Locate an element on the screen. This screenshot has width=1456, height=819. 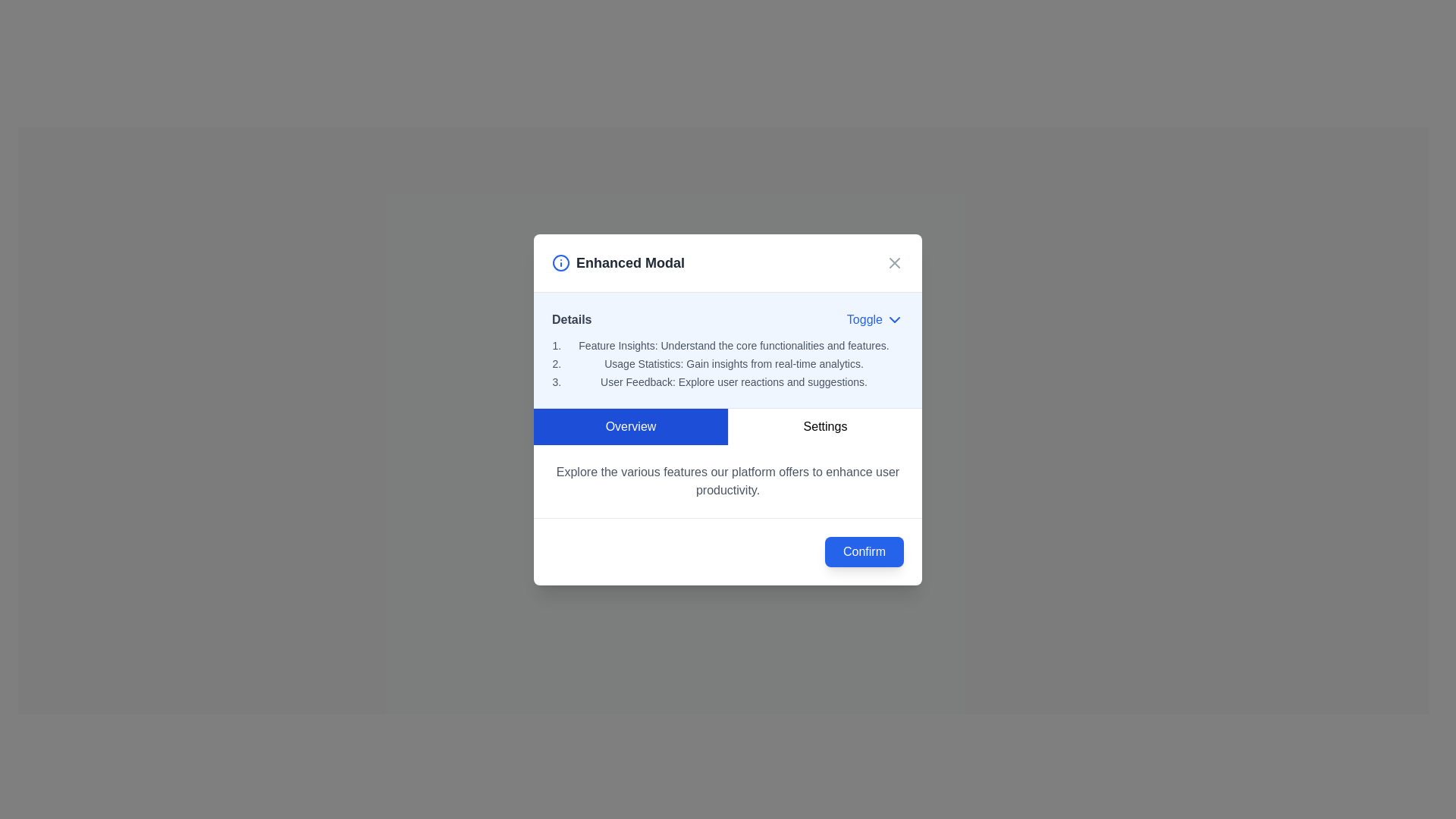
the 'Details' section of the informational component located in the center of the modal dialog below the title 'Enhanced Modal' to read the listed information is located at coordinates (728, 350).